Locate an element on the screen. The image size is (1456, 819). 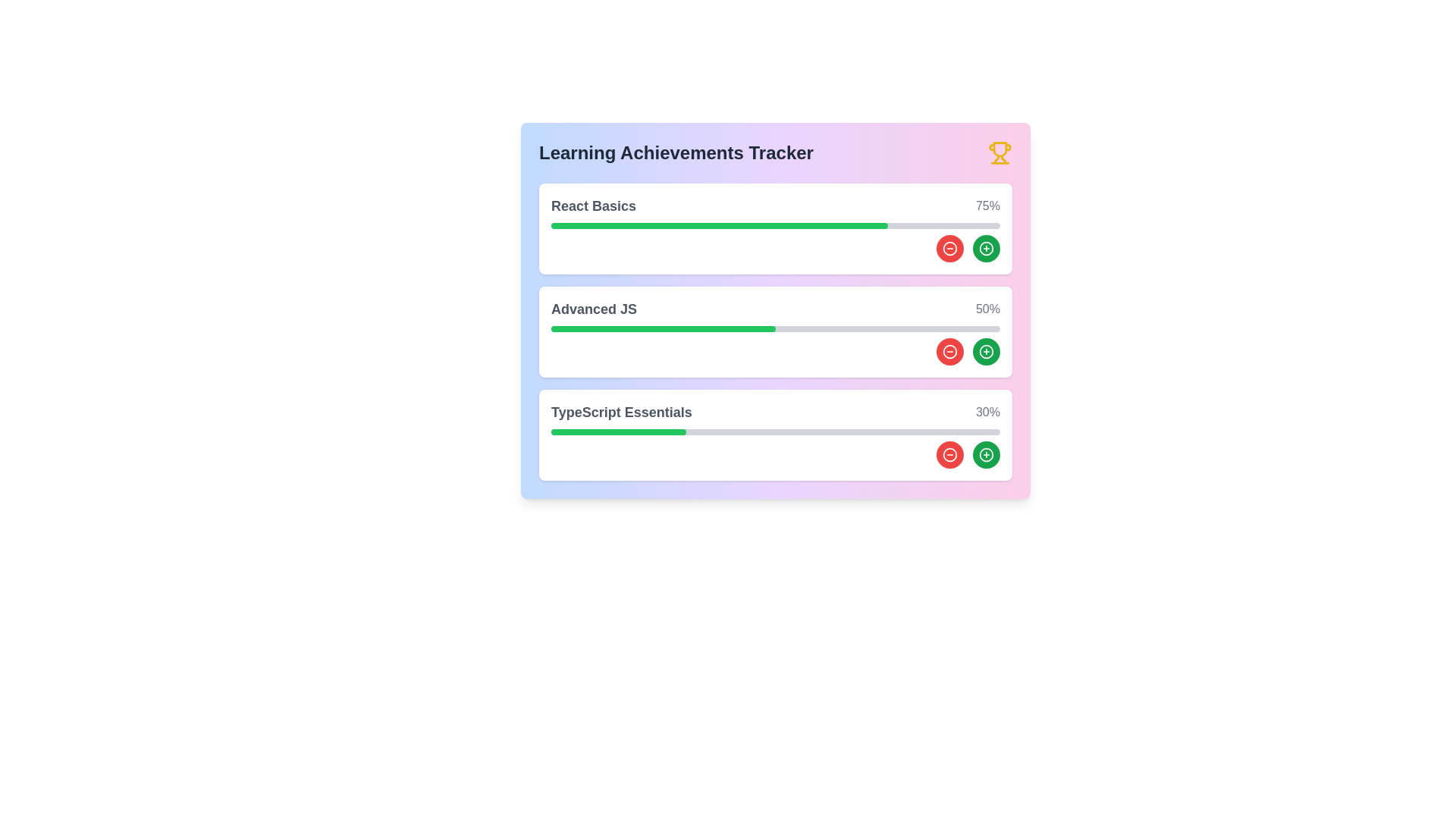
the green circular button with a white plus sign located in the last achievement block, positioned towards the right-hand side adjacent to a red circular icon is located at coordinates (986, 247).